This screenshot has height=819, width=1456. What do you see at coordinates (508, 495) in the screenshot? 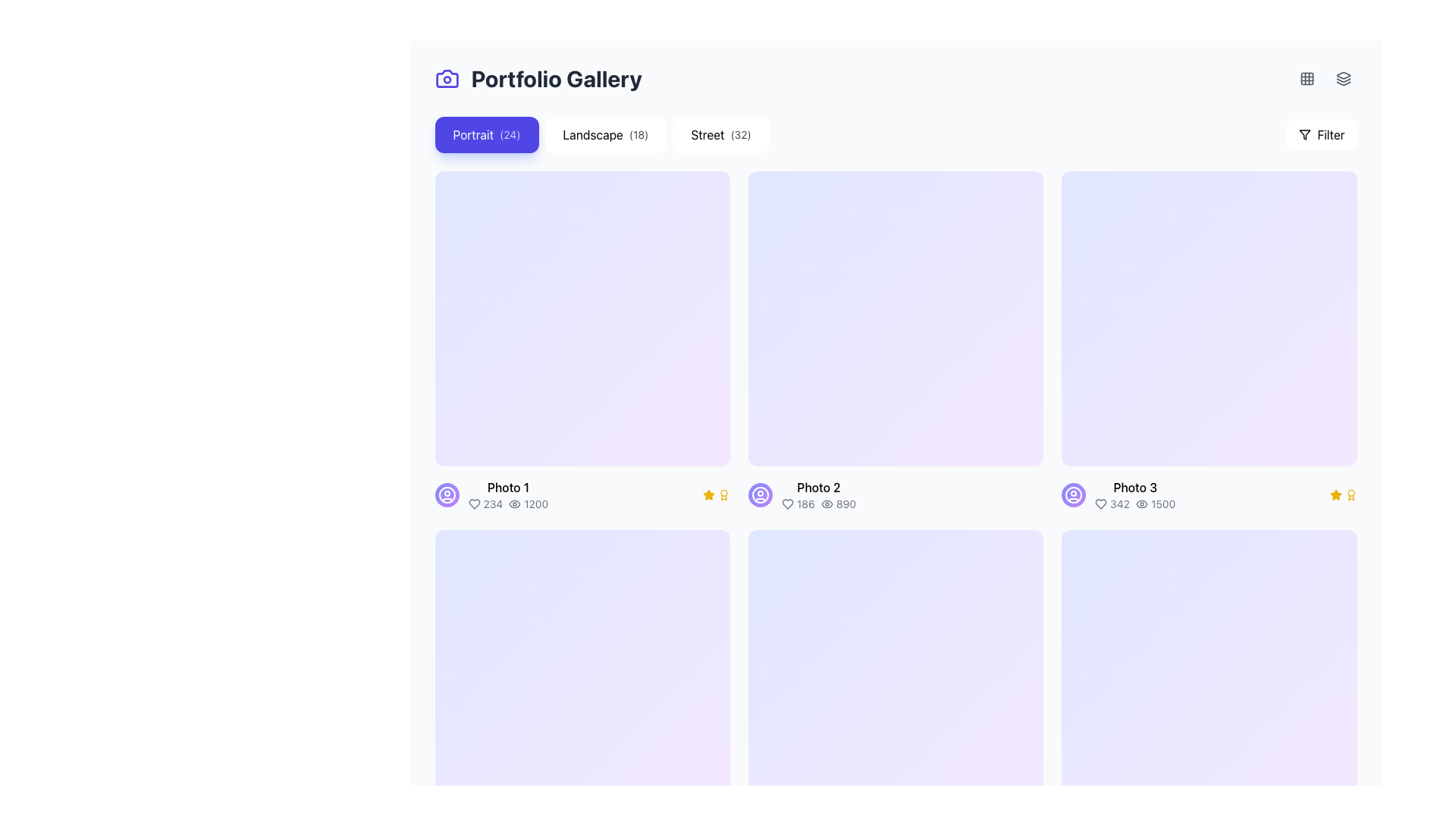
I see `the Information Panel element that contains the heading 'Photo 1' and additional details including the heart and eye icons for additional effects` at bounding box center [508, 495].